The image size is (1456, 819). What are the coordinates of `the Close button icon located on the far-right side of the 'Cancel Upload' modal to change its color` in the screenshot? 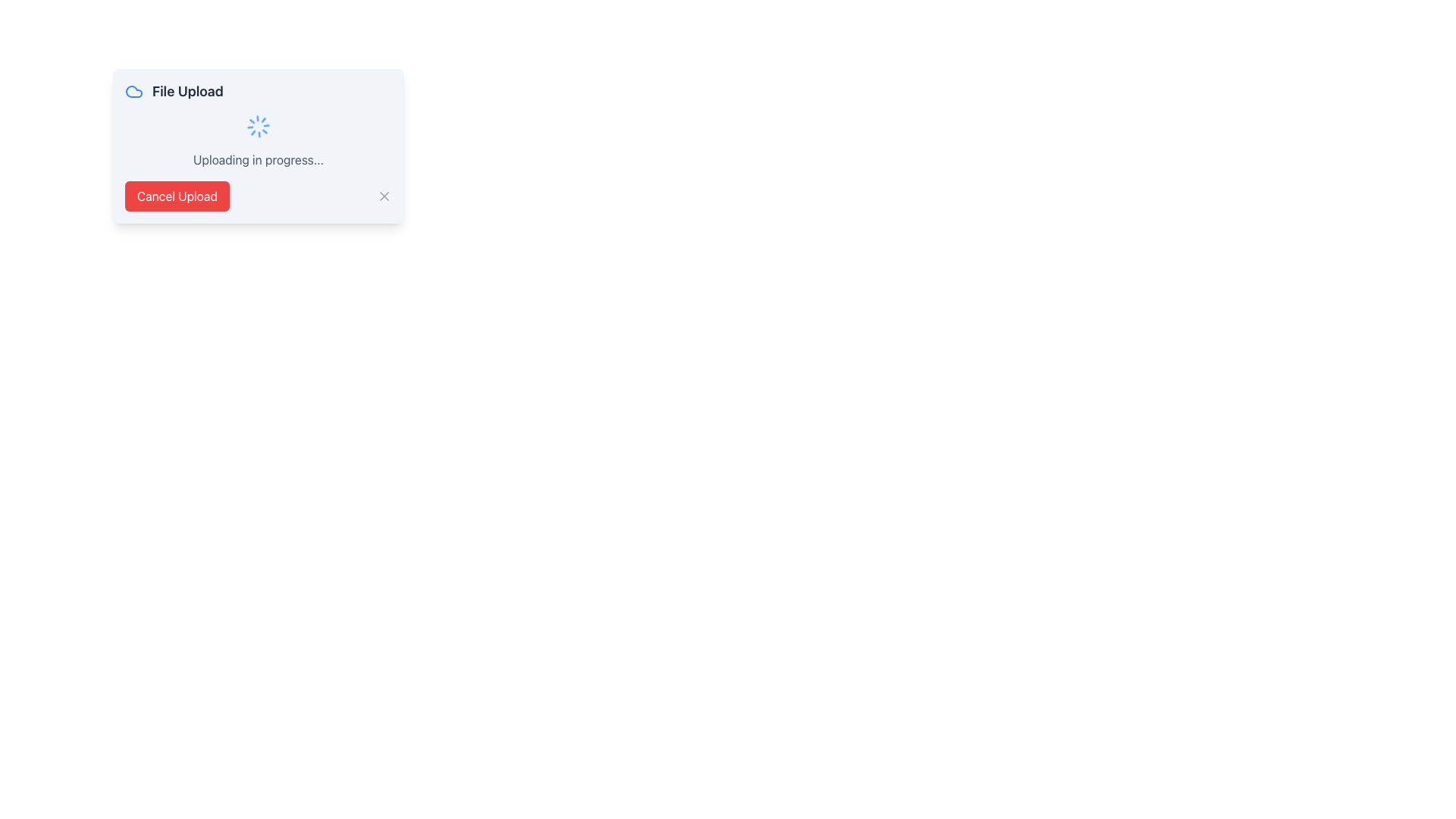 It's located at (384, 195).